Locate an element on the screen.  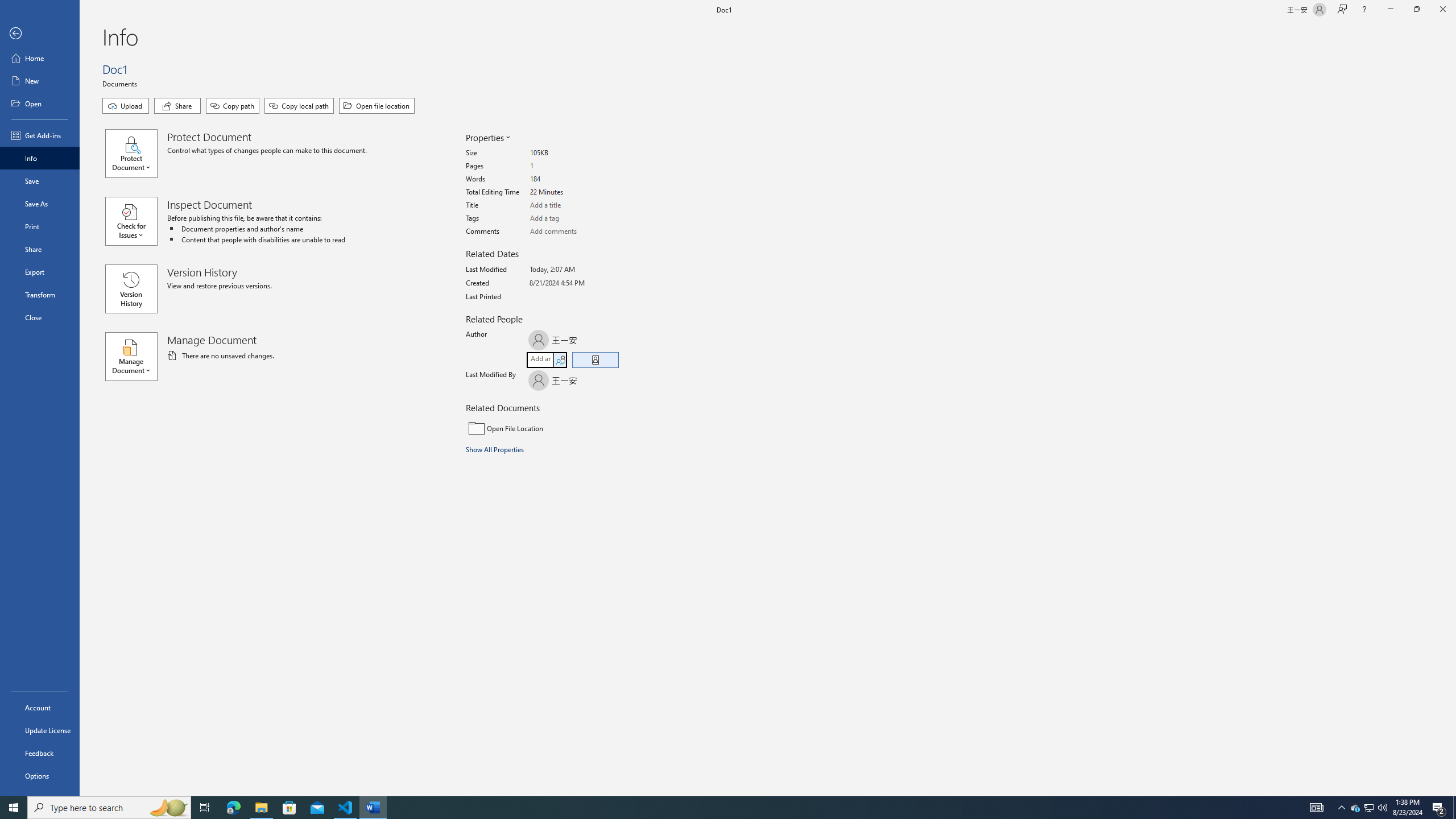
'Pages' is located at coordinates (572, 166).